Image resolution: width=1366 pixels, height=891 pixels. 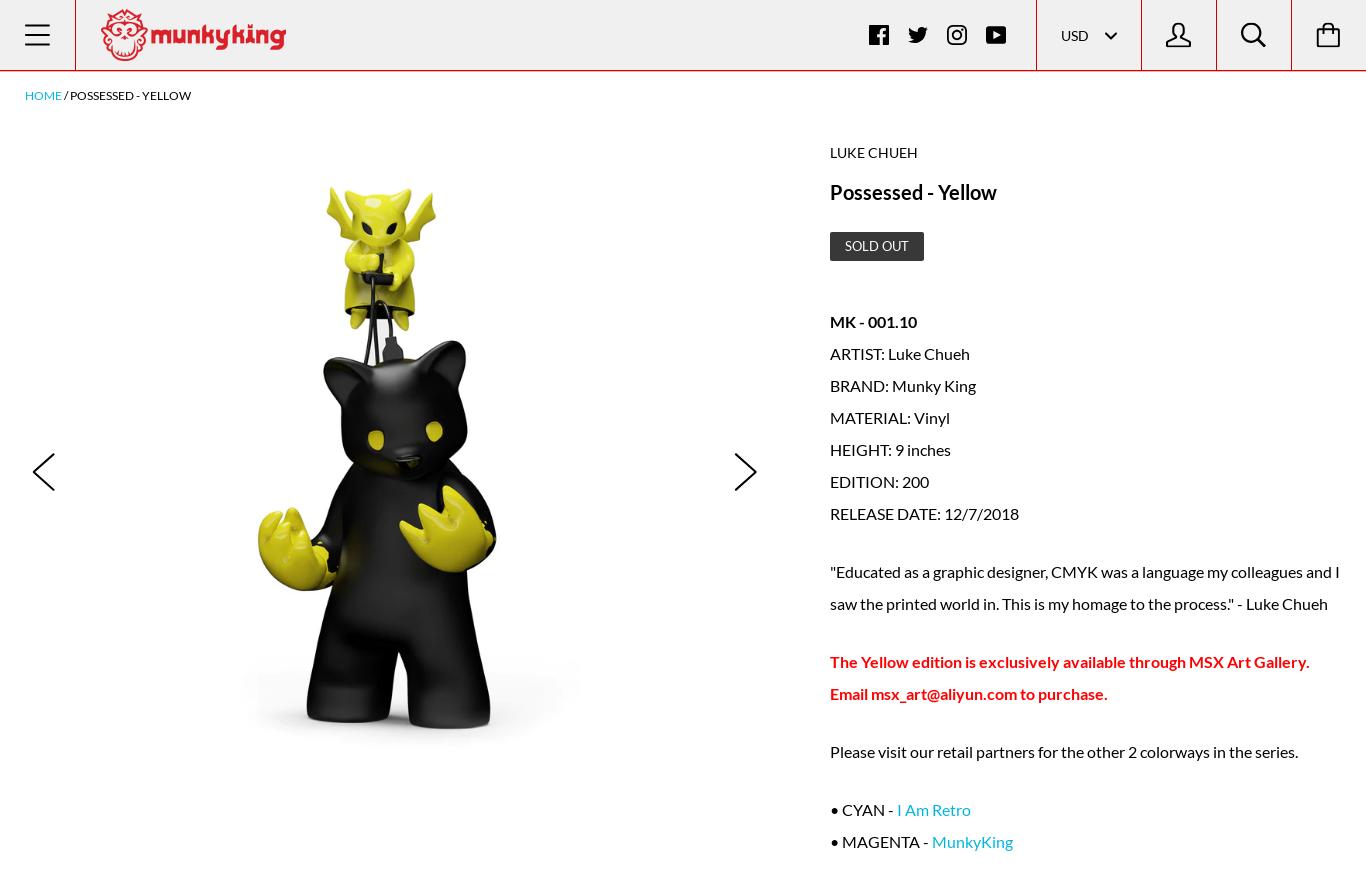 What do you see at coordinates (860, 447) in the screenshot?
I see `'HEIGHT:'` at bounding box center [860, 447].